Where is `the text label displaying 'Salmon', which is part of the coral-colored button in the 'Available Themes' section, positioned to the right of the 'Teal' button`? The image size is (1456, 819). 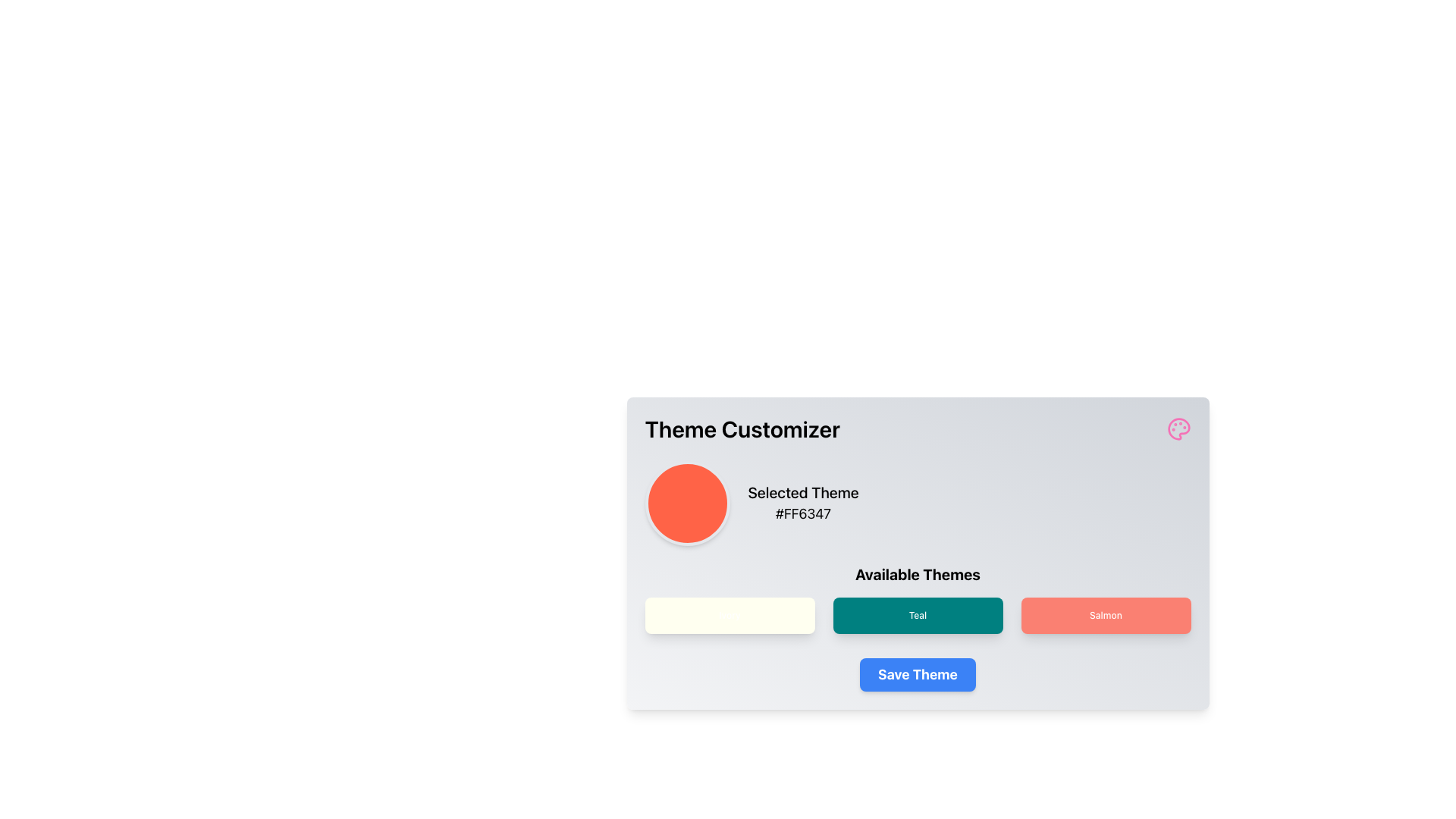
the text label displaying 'Salmon', which is part of the coral-colored button in the 'Available Themes' section, positioned to the right of the 'Teal' button is located at coordinates (1106, 616).